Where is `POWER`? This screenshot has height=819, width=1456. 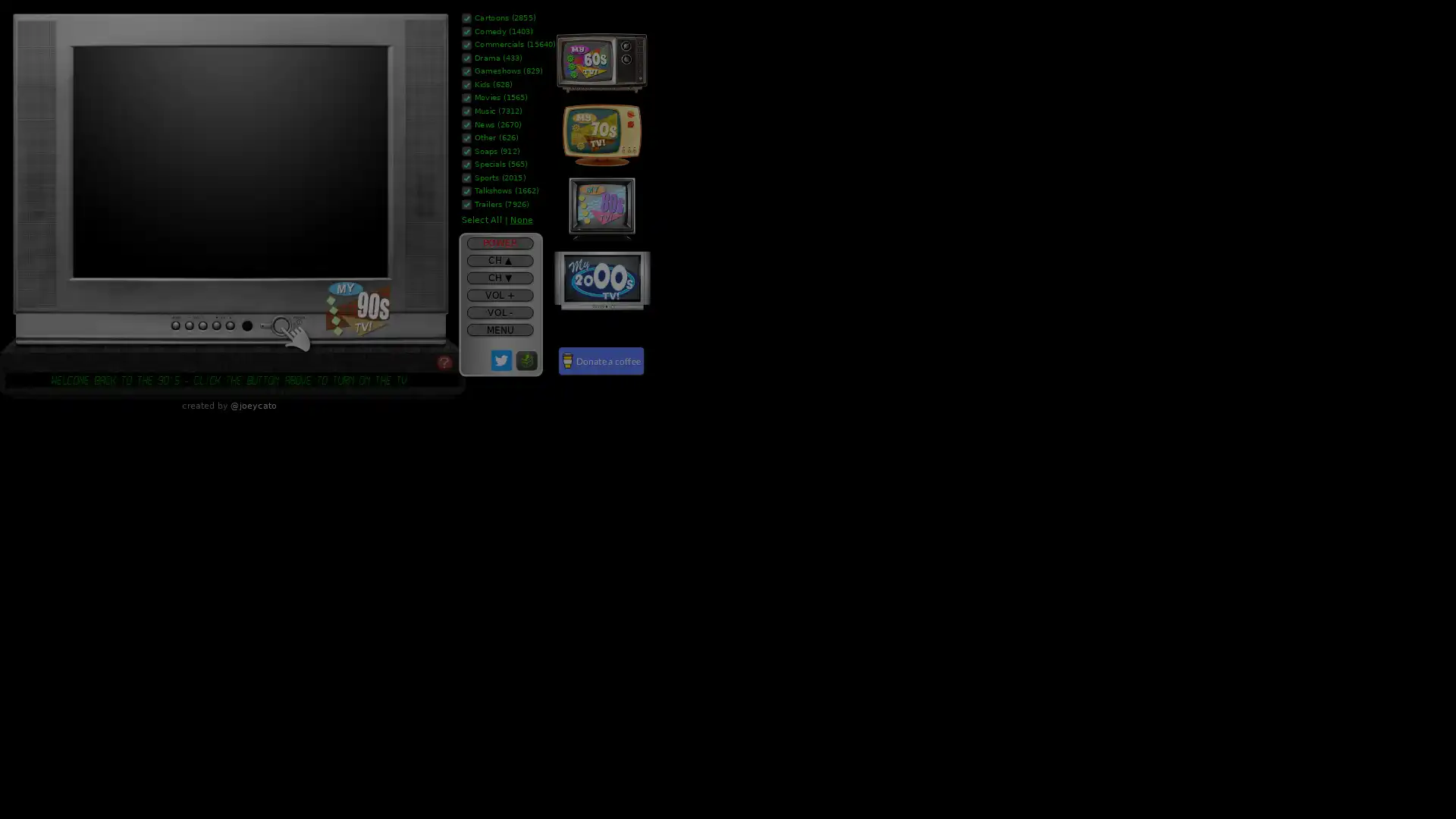
POWER is located at coordinates (499, 242).